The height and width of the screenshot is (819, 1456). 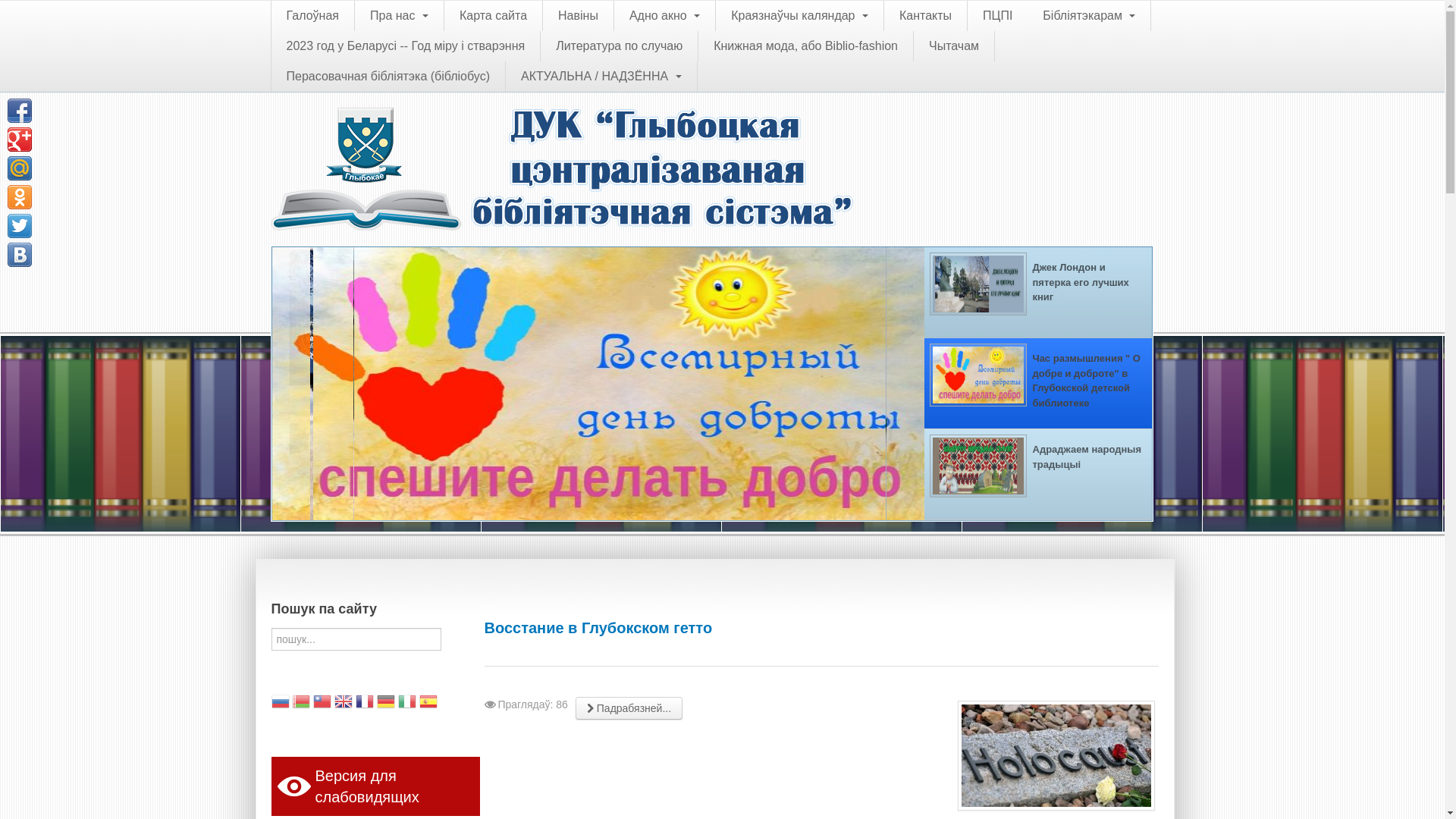 I want to click on 'French', so click(x=364, y=703).